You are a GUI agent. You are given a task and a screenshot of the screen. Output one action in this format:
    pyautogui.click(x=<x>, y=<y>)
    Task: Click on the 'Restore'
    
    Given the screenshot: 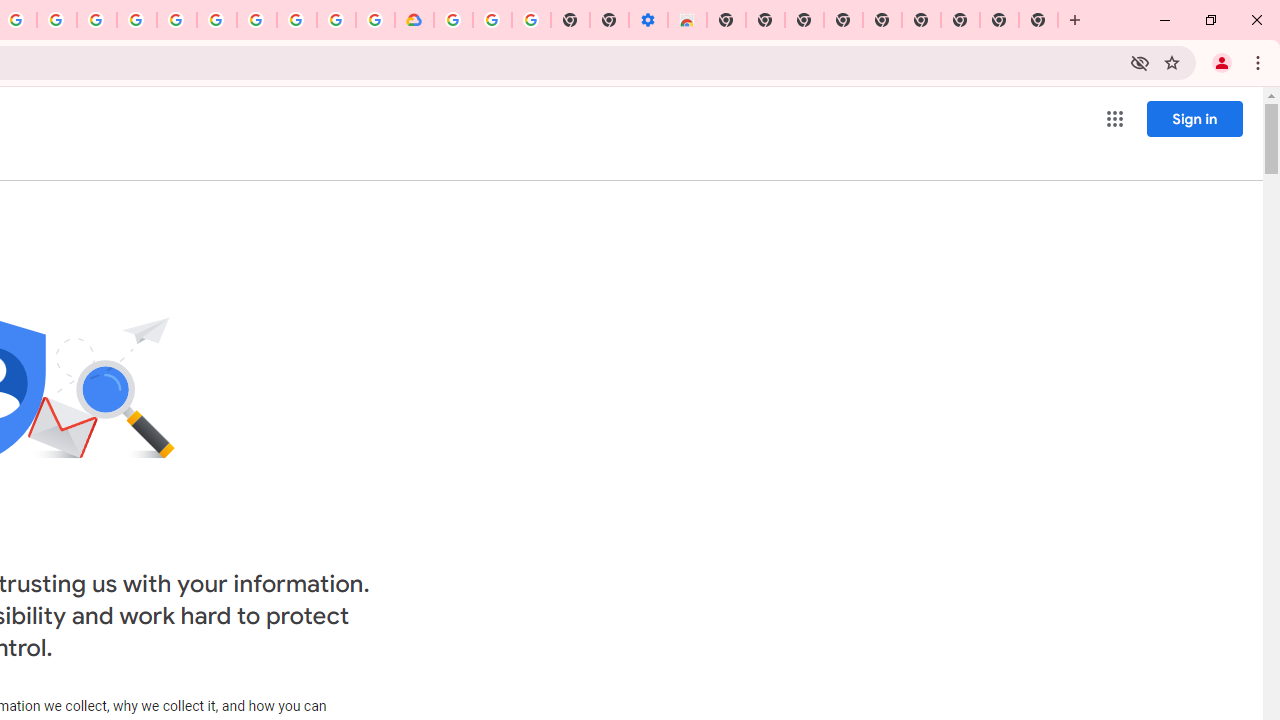 What is the action you would take?
    pyautogui.click(x=1209, y=20)
    